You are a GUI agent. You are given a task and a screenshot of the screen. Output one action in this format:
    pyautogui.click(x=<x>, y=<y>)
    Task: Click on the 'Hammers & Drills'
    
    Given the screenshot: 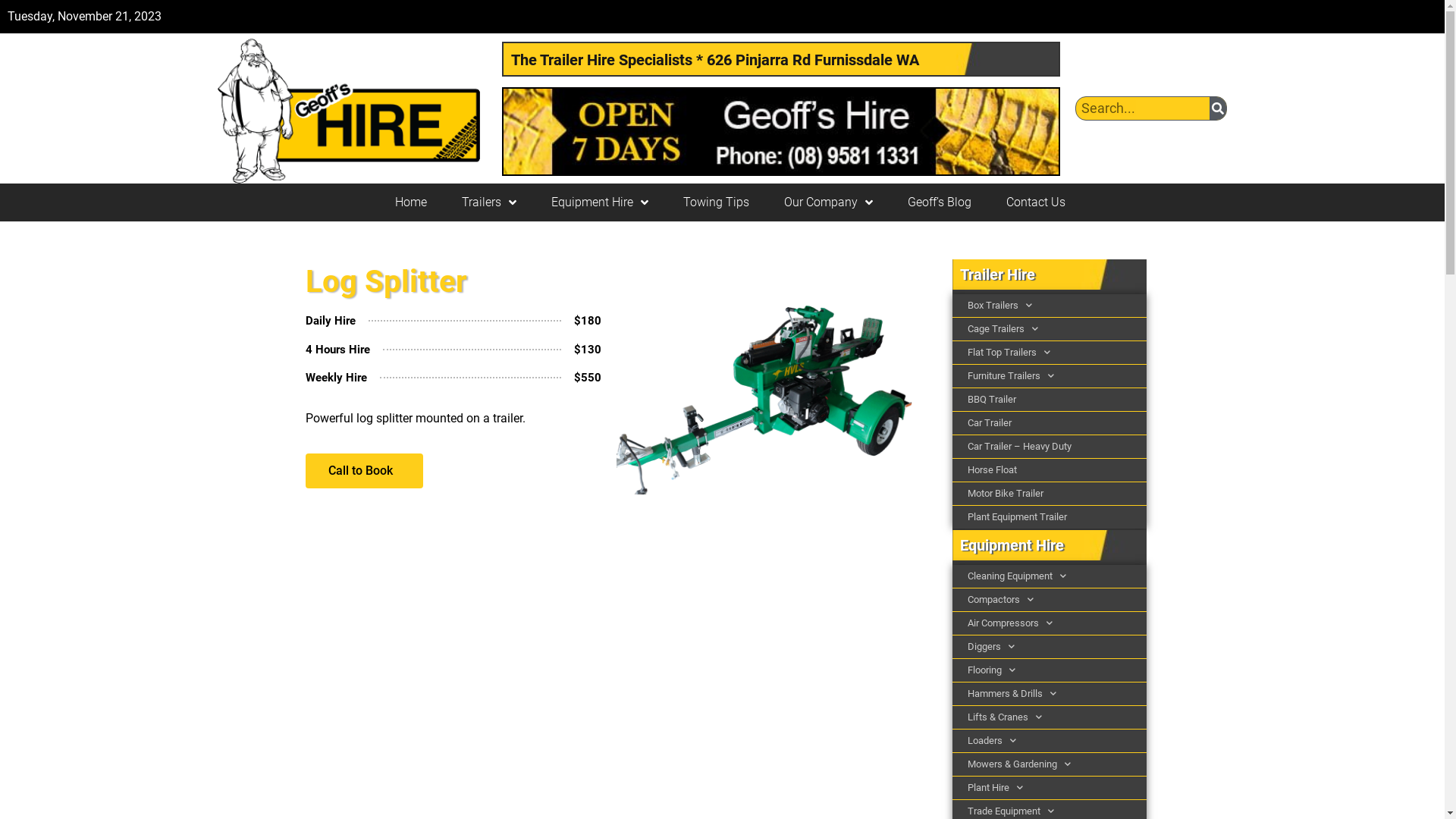 What is the action you would take?
    pyautogui.click(x=952, y=693)
    